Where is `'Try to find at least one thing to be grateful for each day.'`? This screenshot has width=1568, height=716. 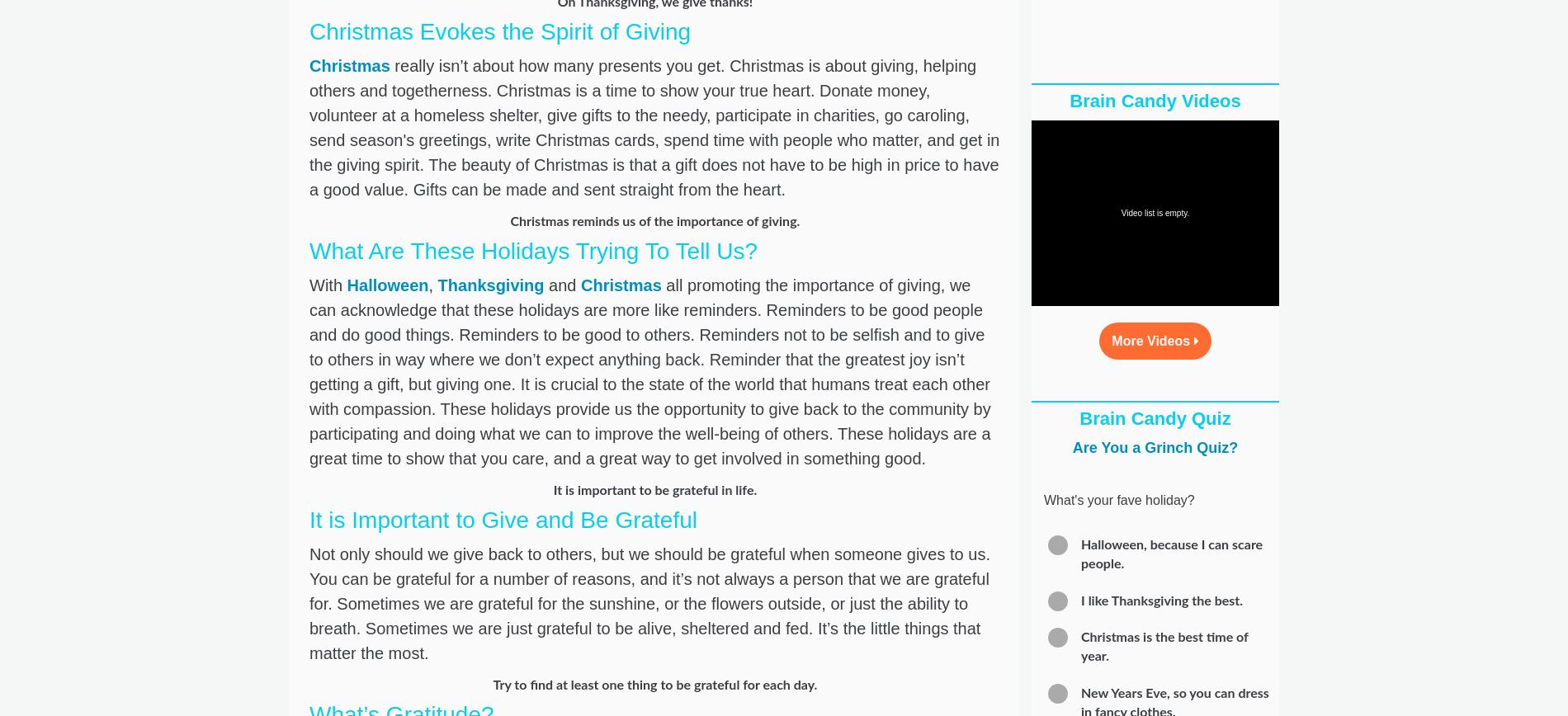 'Try to find at least one thing to be grateful for each day.' is located at coordinates (654, 684).